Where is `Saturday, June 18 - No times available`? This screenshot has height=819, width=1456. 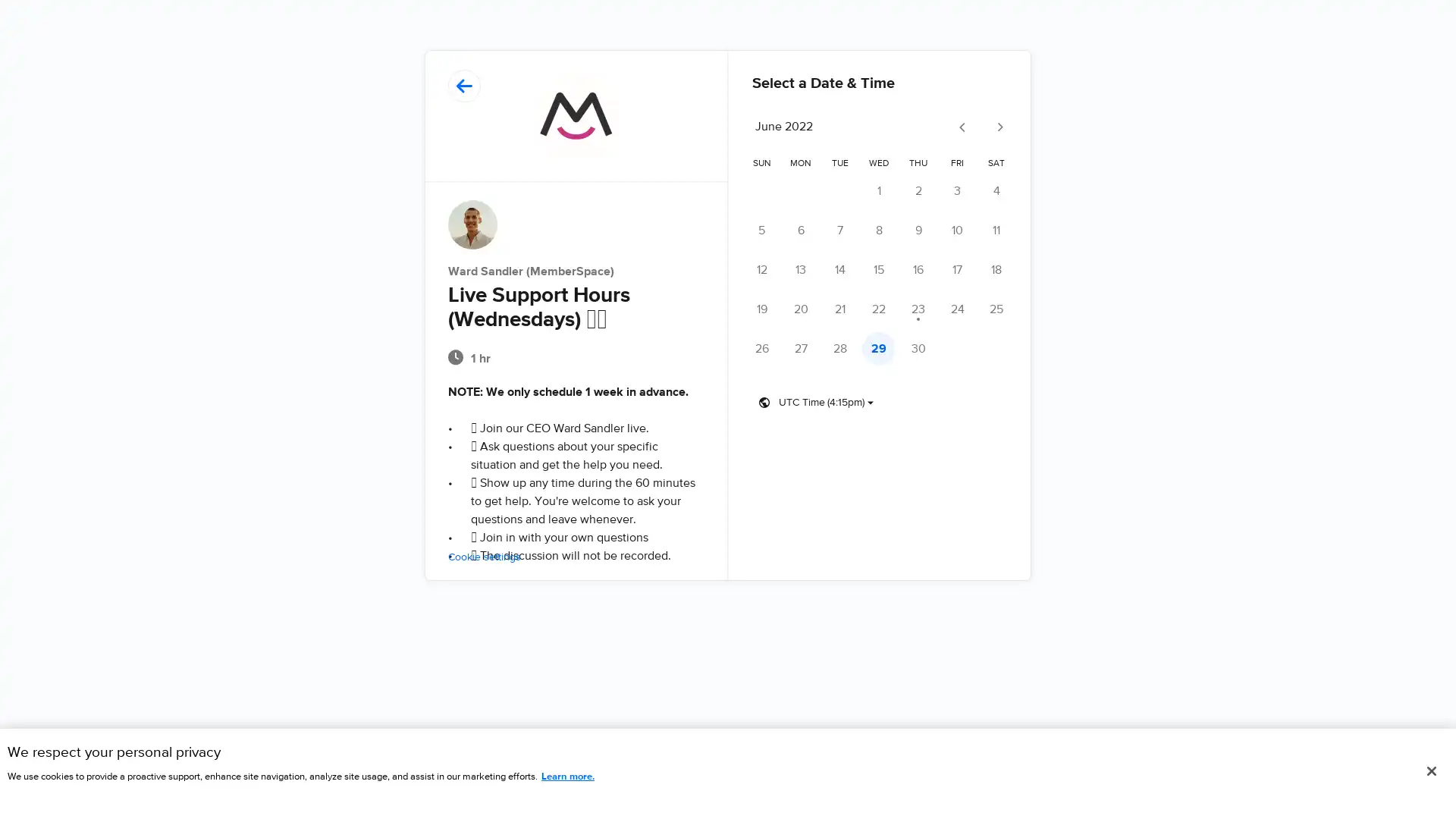
Saturday, June 18 - No times available is located at coordinates (996, 268).